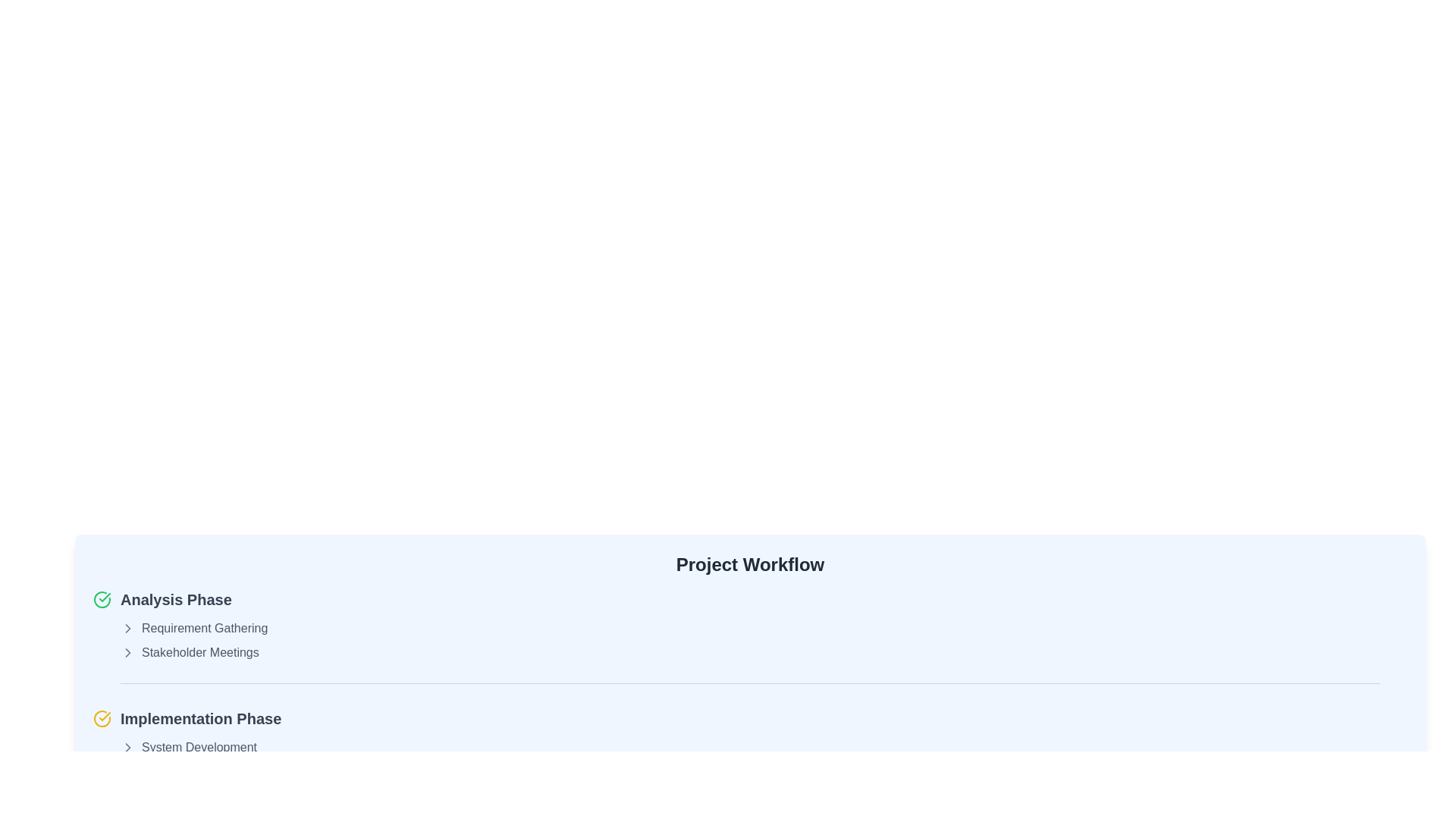 This screenshot has height=819, width=1456. Describe the element at coordinates (127, 629) in the screenshot. I see `the Chevron-Right icon located to the left of the 'Requirement Gathering' text label` at that location.